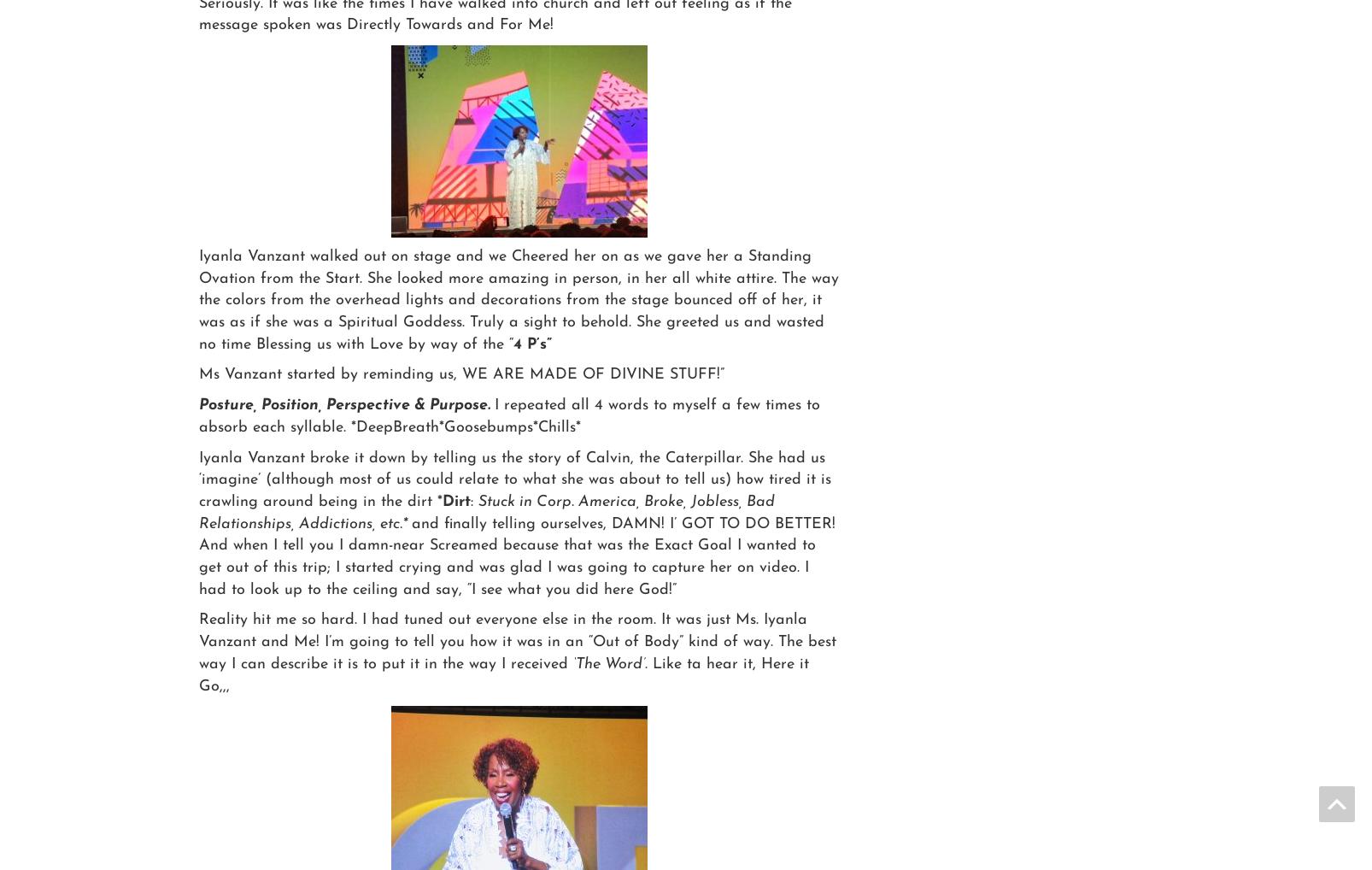  I want to click on 'Position, Perspective & Purpose.', so click(256, 405).